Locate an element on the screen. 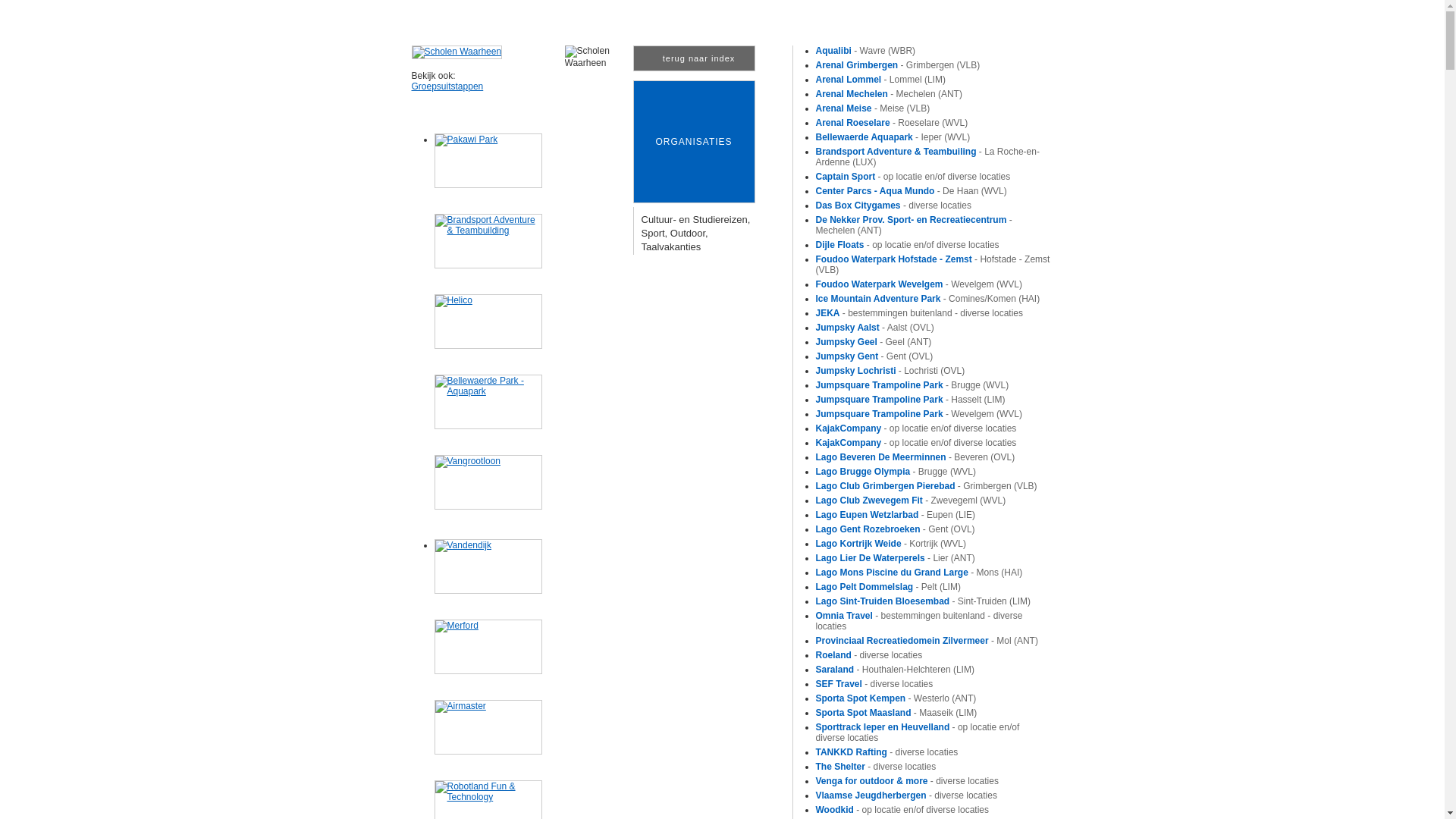  'Arenal Meise - Meise (VLB)' is located at coordinates (814, 107).